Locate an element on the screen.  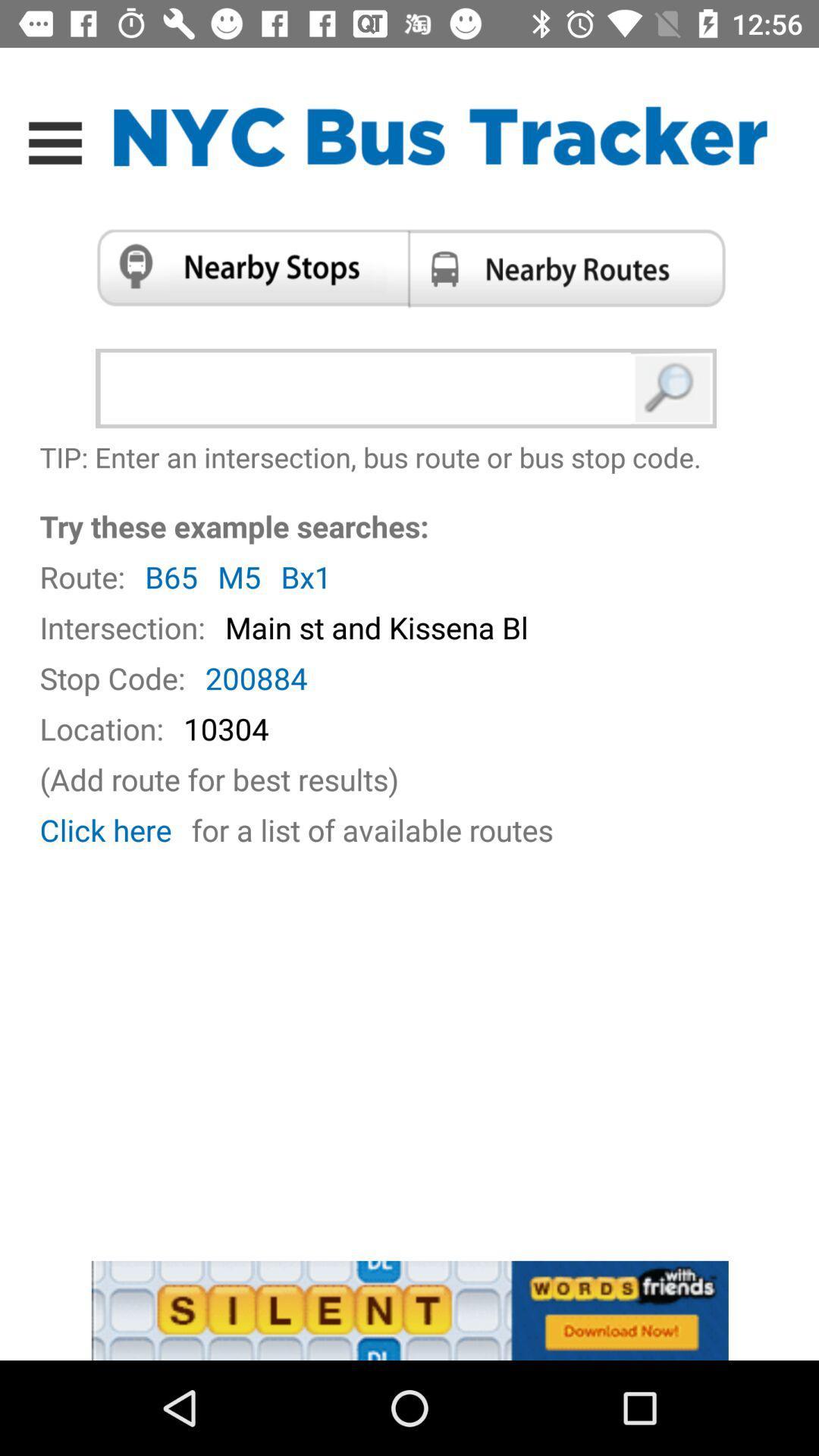
option selection is located at coordinates (246, 268).